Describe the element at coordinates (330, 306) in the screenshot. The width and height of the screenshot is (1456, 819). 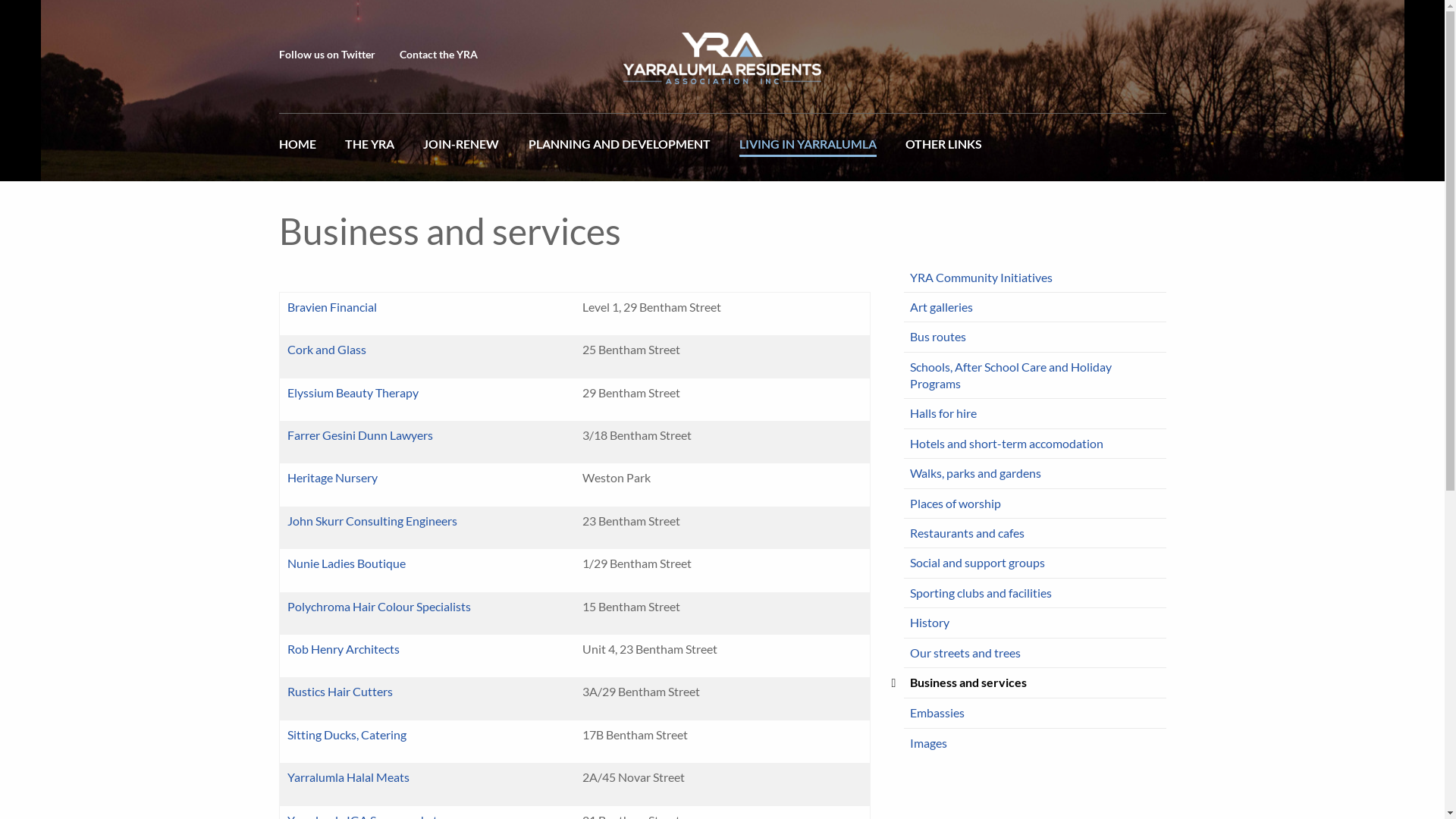
I see `'Bravien Financial'` at that location.